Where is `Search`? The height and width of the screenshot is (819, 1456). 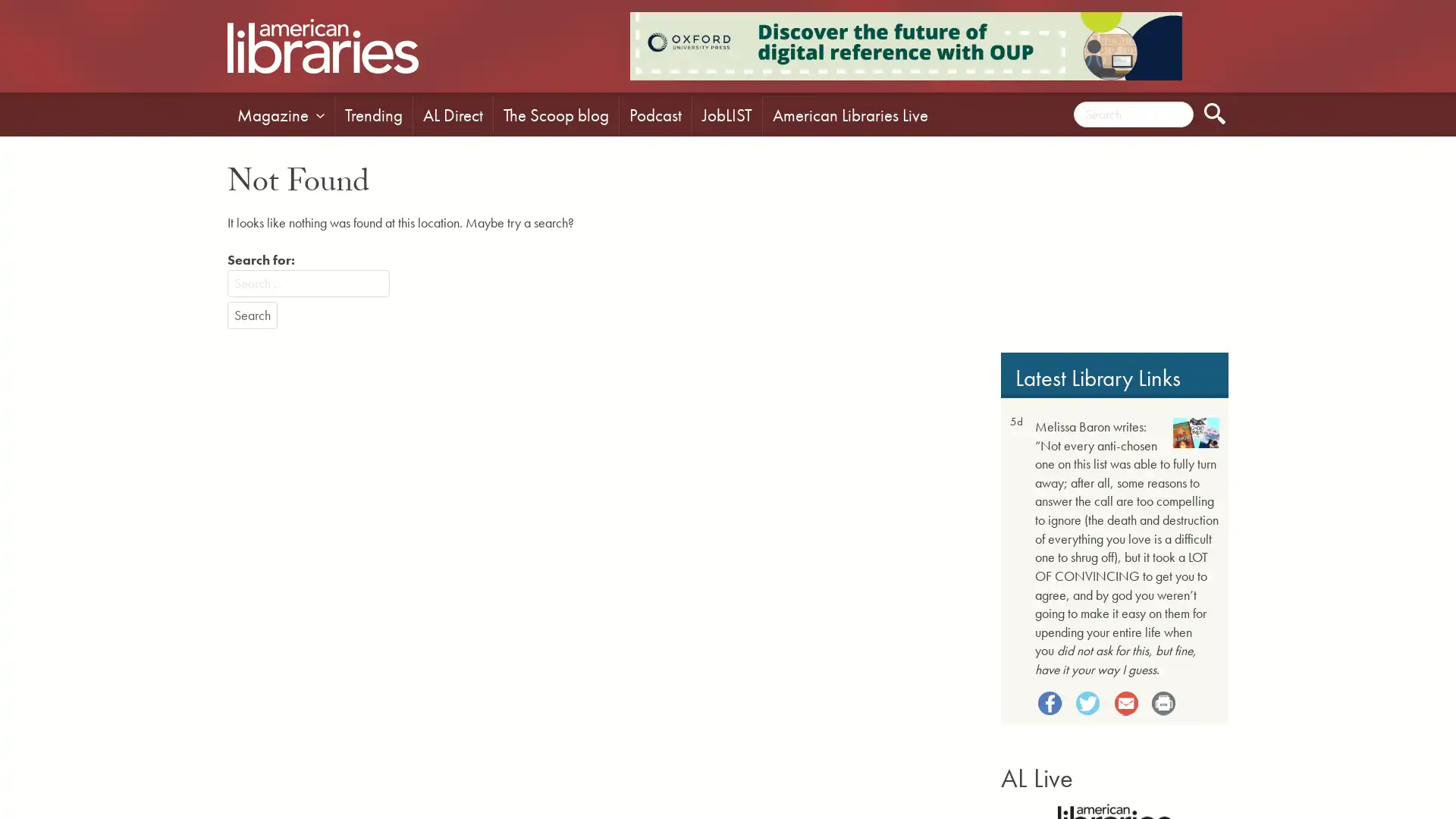
Search is located at coordinates (252, 315).